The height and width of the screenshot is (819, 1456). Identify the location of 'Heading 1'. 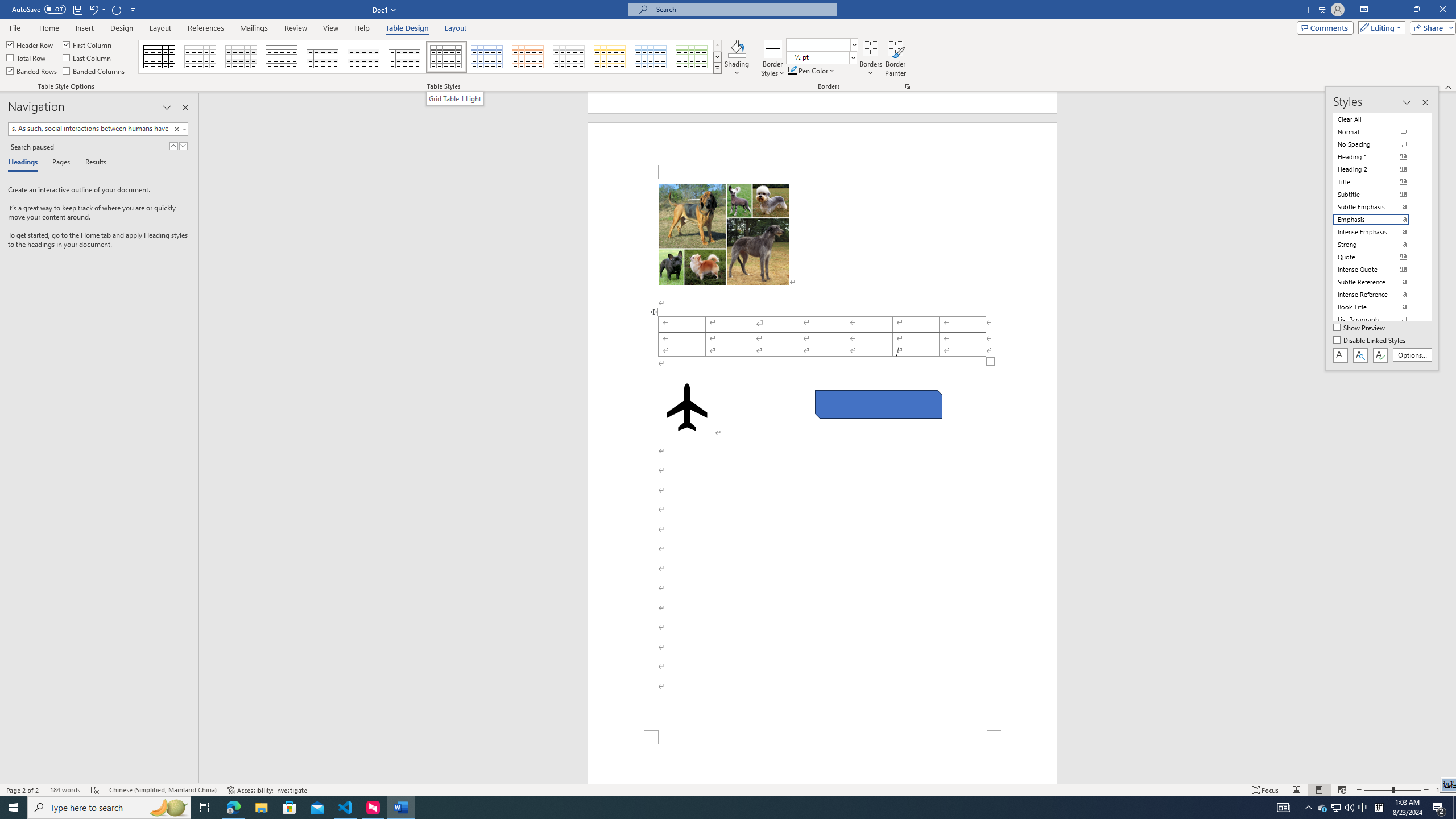
(1378, 156).